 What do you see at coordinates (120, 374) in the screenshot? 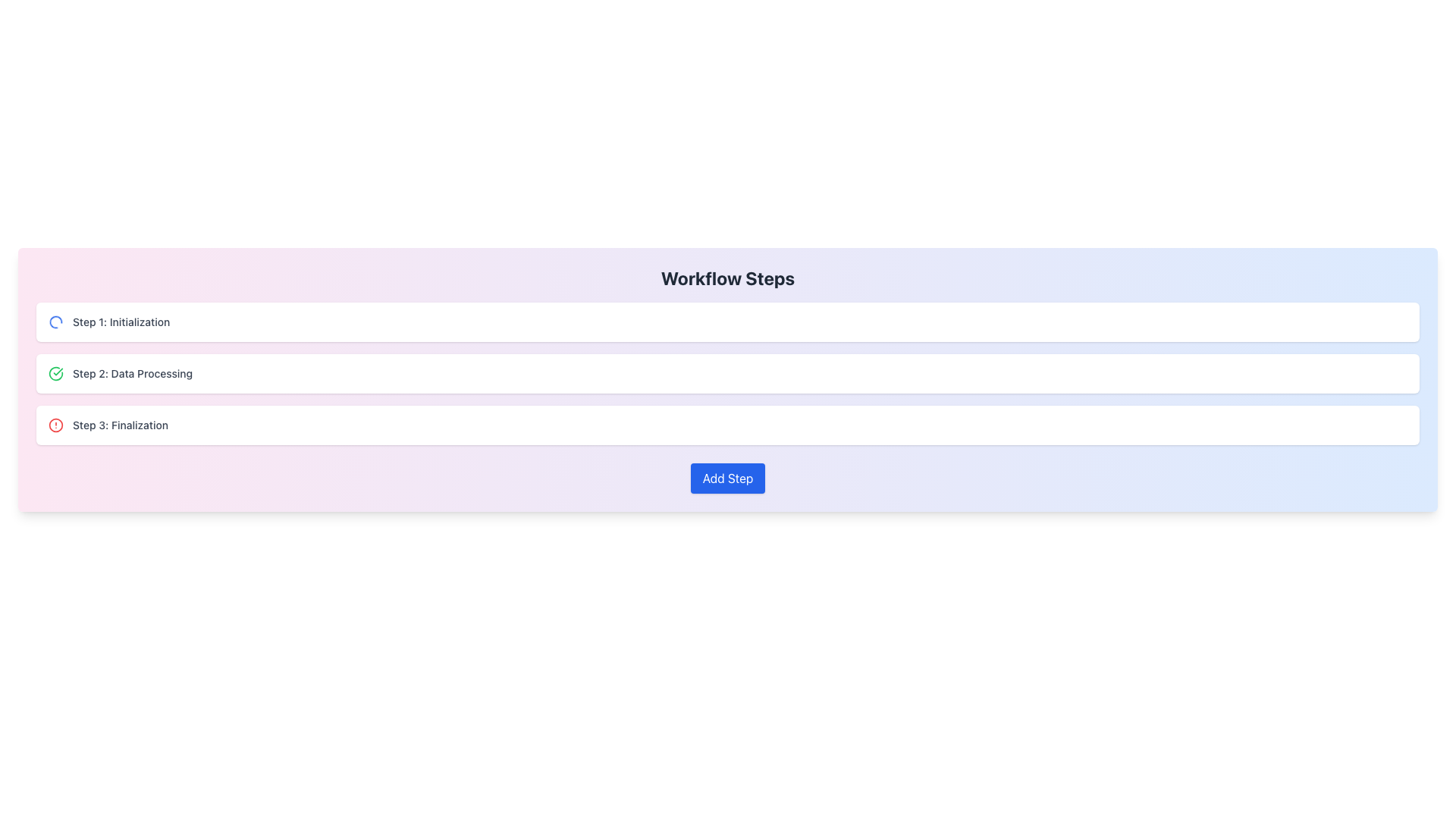
I see `text label indicating the second step in the workflow process, which shows its title and completion status with a checkmark icon, located between 'Step 1: Initialization' and 'Step 3: Finalization'` at bounding box center [120, 374].